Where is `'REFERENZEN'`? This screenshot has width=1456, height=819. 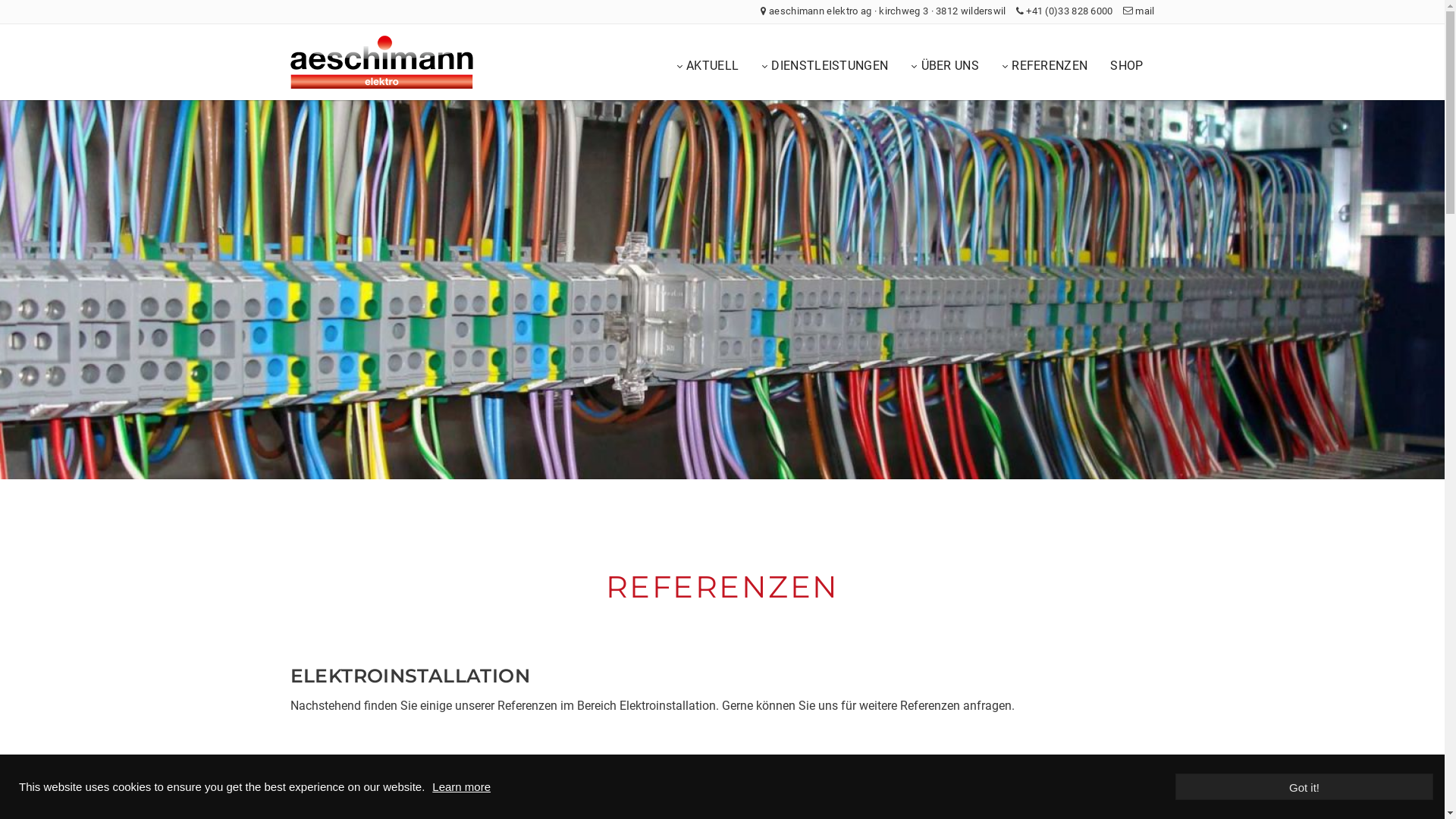 'REFERENZEN' is located at coordinates (1043, 65).